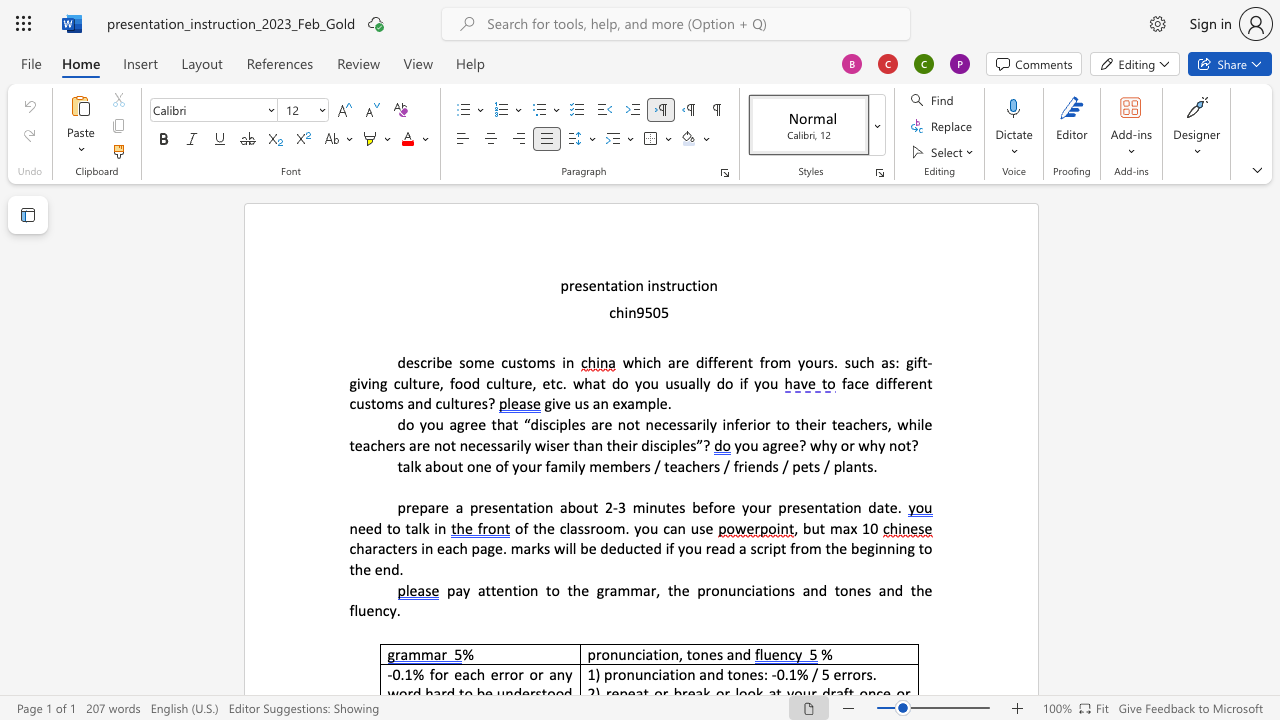 This screenshot has width=1280, height=720. What do you see at coordinates (846, 465) in the screenshot?
I see `the space between the continuous character "l" and "a" in the text` at bounding box center [846, 465].